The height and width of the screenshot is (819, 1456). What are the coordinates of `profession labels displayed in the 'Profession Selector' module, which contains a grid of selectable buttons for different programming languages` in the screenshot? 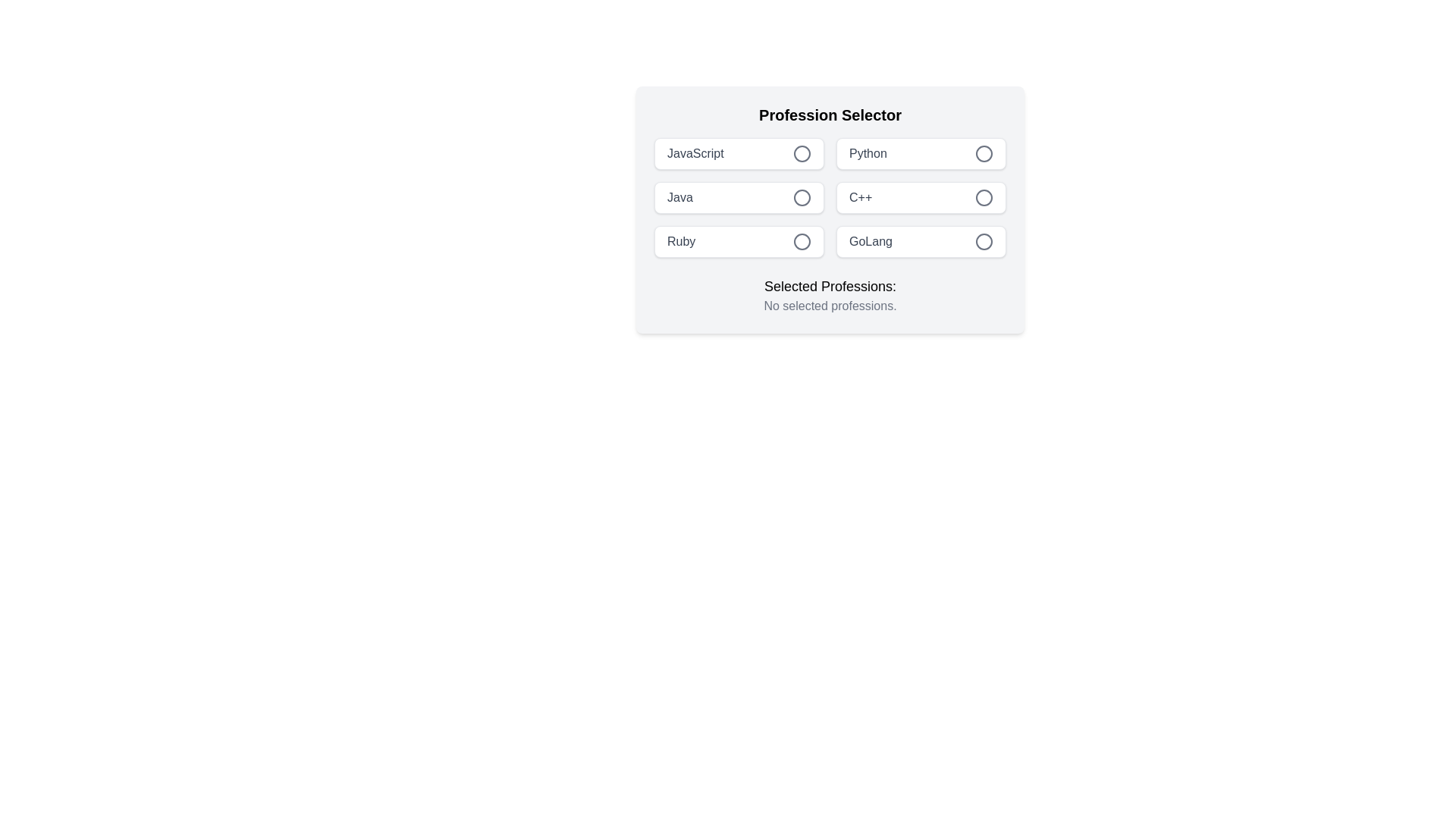 It's located at (829, 210).